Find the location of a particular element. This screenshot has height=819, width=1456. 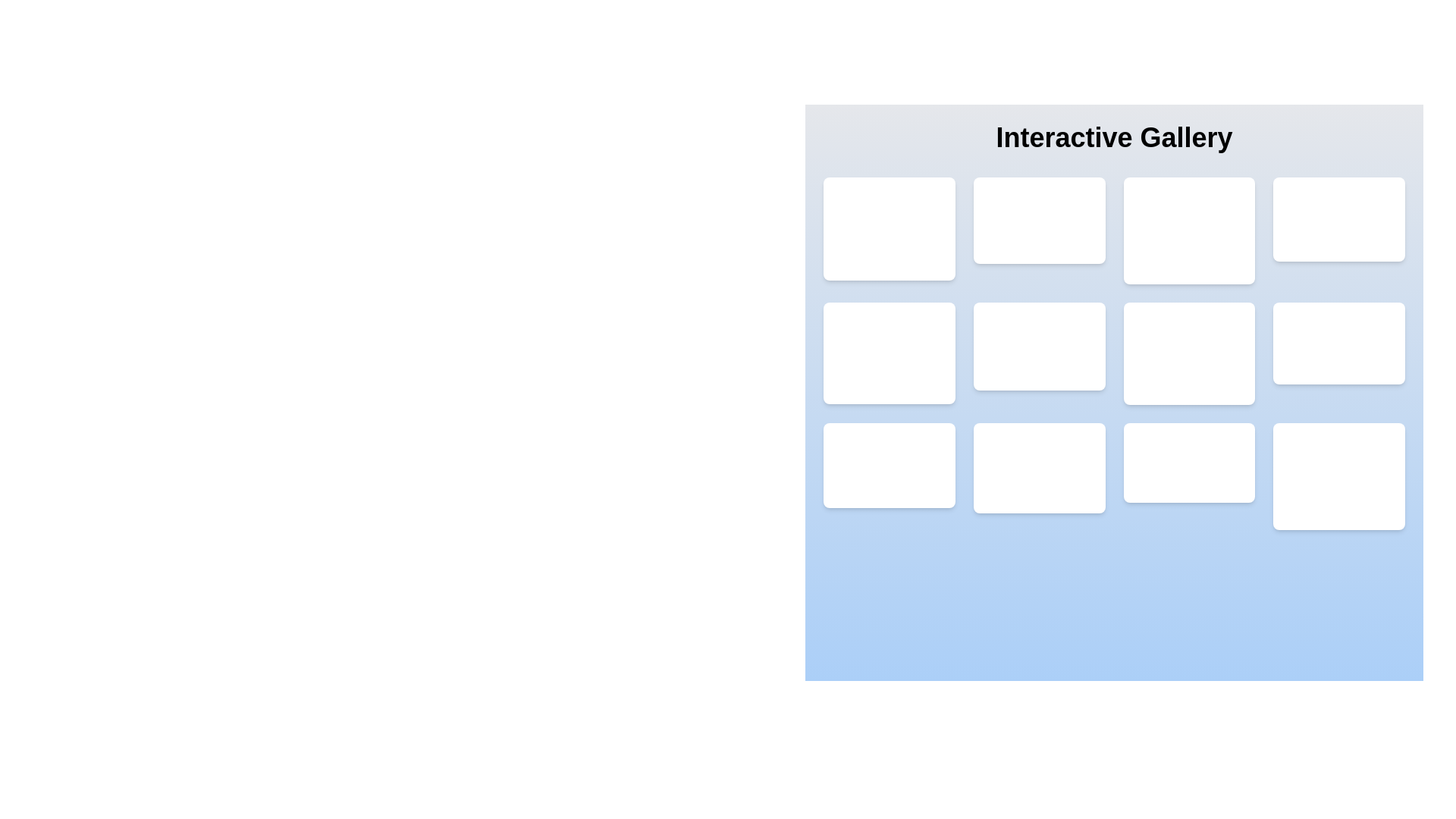

the second button in the horizontal sequence within the 'Interactive Gallery' section is located at coordinates (1056, 381).